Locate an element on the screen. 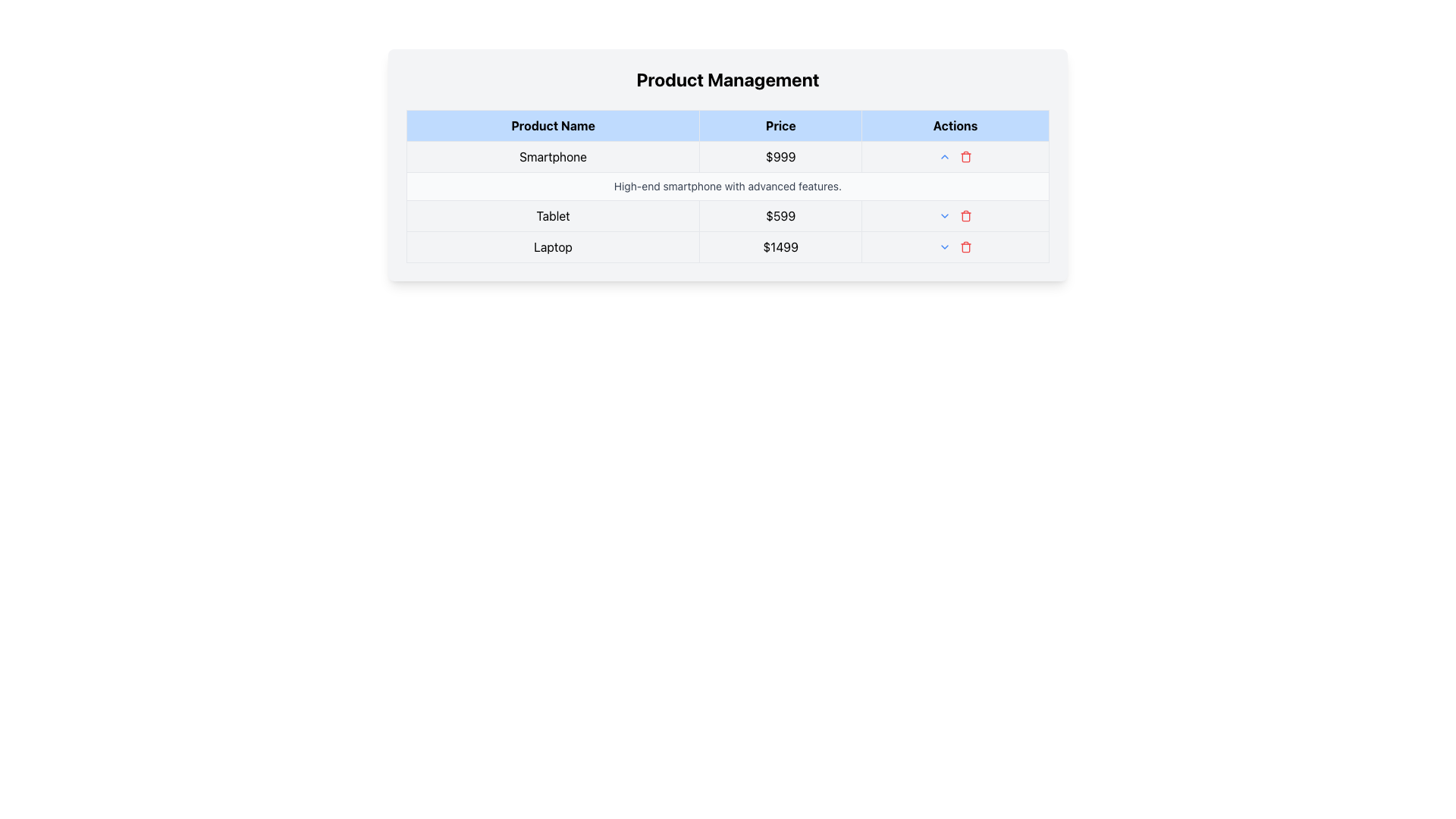  the blank UI component located in the 'Actions' column of the first row in the product data table, which is adjacent to an upward-pointing arrow and a trash icon is located at coordinates (955, 157).